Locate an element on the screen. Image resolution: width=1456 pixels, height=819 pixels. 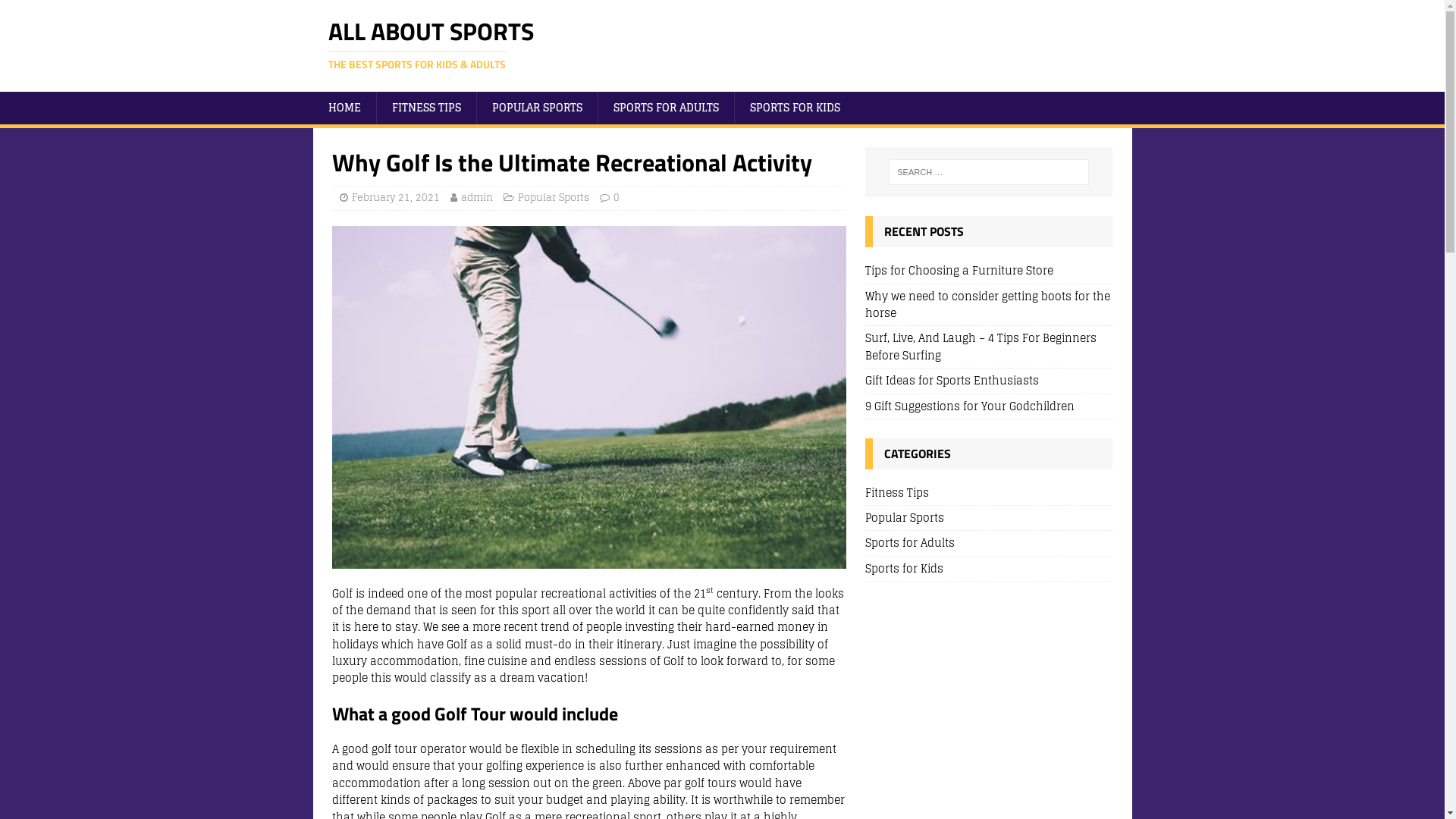
'Search' is located at coordinates (57, 11).